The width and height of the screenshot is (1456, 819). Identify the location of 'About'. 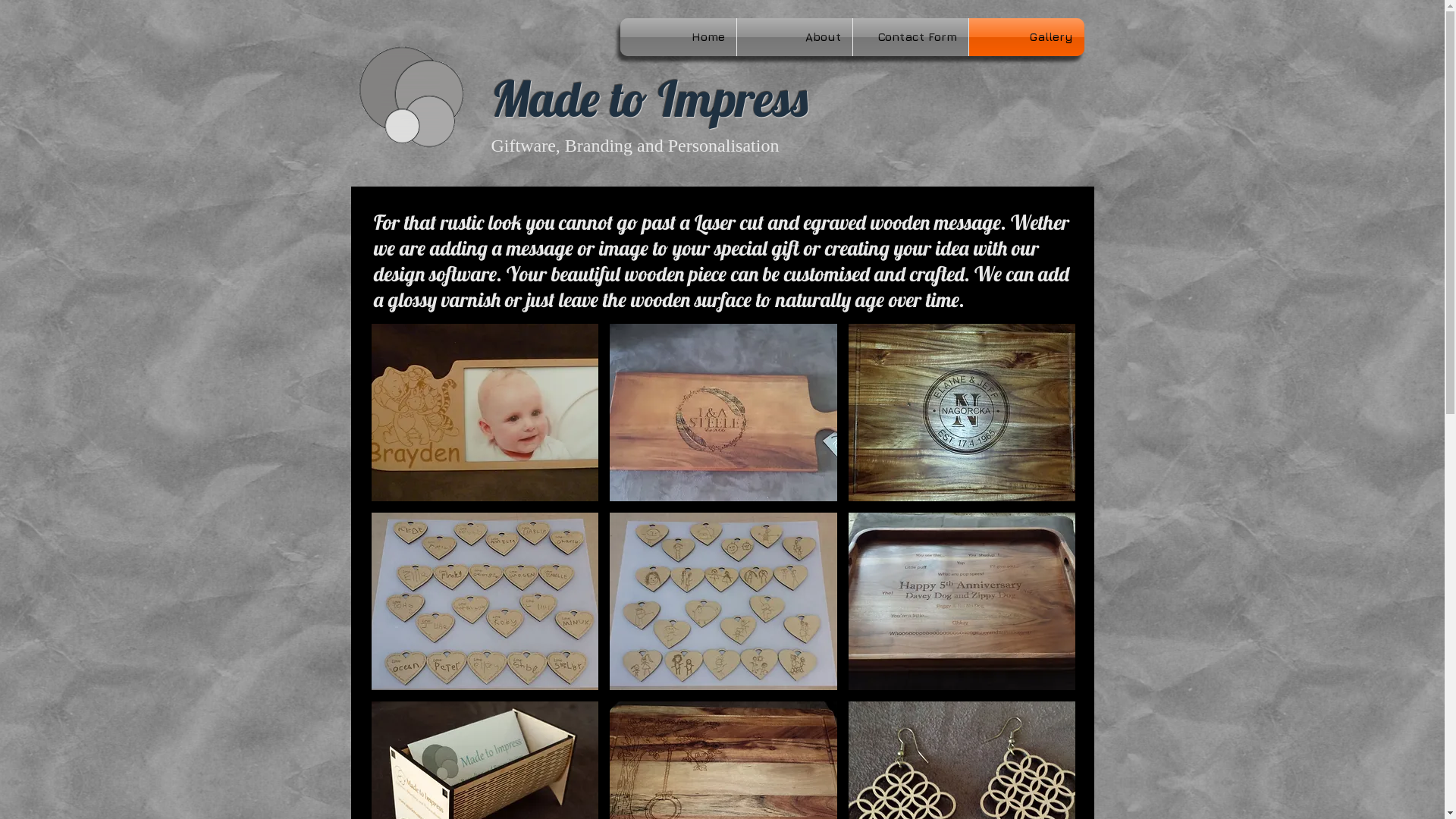
(736, 36).